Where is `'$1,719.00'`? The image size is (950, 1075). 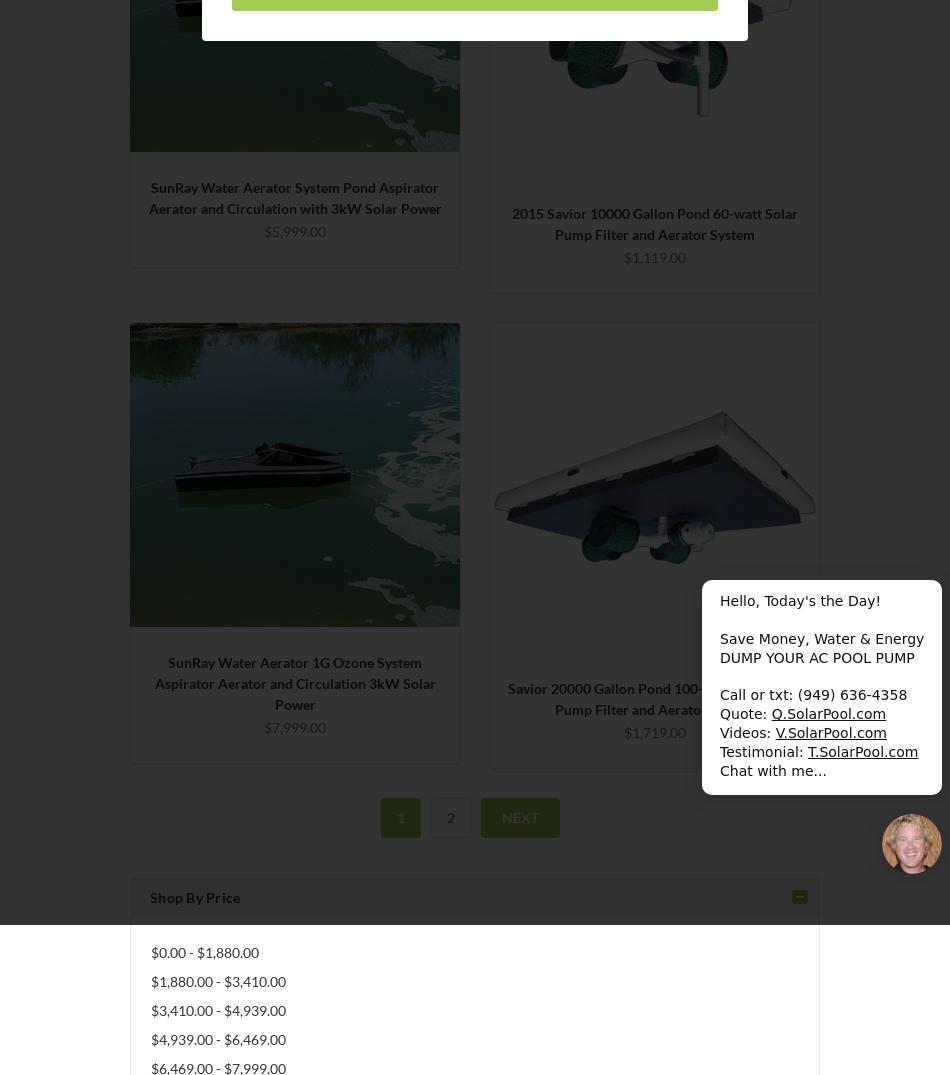
'$1,719.00' is located at coordinates (623, 731).